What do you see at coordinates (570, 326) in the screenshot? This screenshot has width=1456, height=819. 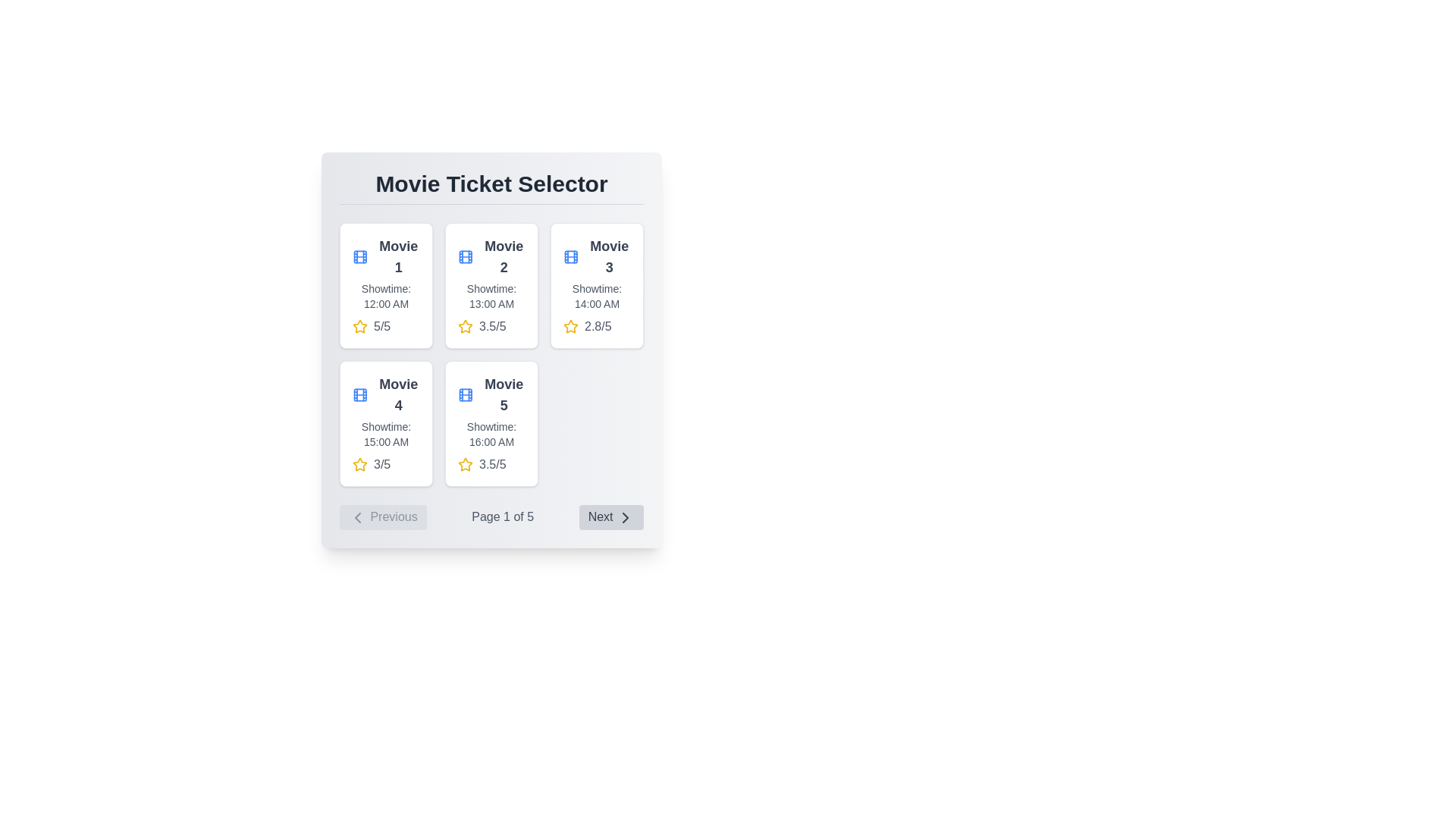 I see `the star icon in the third movie card, which indicates a rating of '2.8/5', to perform related operations` at bounding box center [570, 326].